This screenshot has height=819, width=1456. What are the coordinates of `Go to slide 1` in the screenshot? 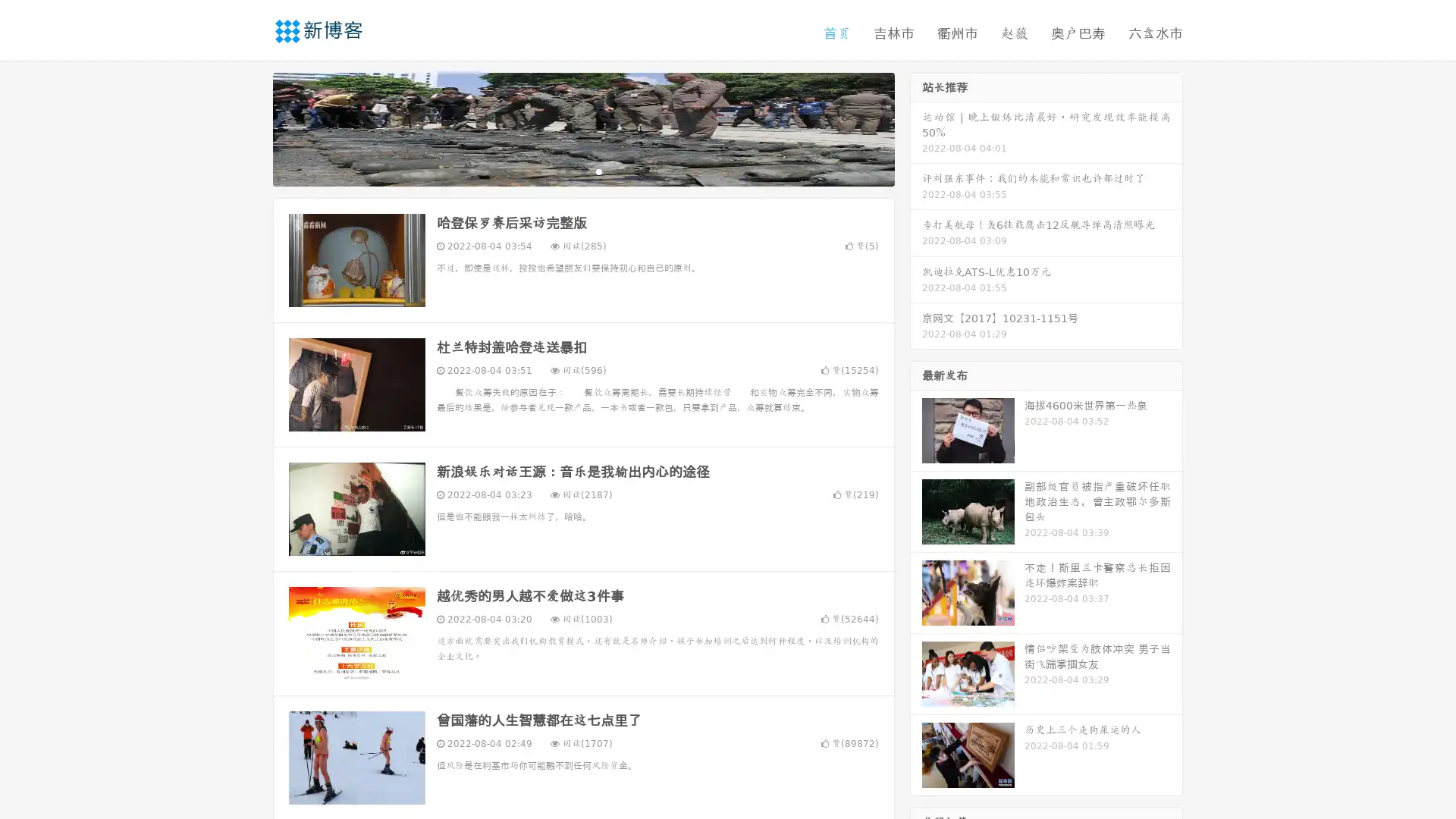 It's located at (567, 171).